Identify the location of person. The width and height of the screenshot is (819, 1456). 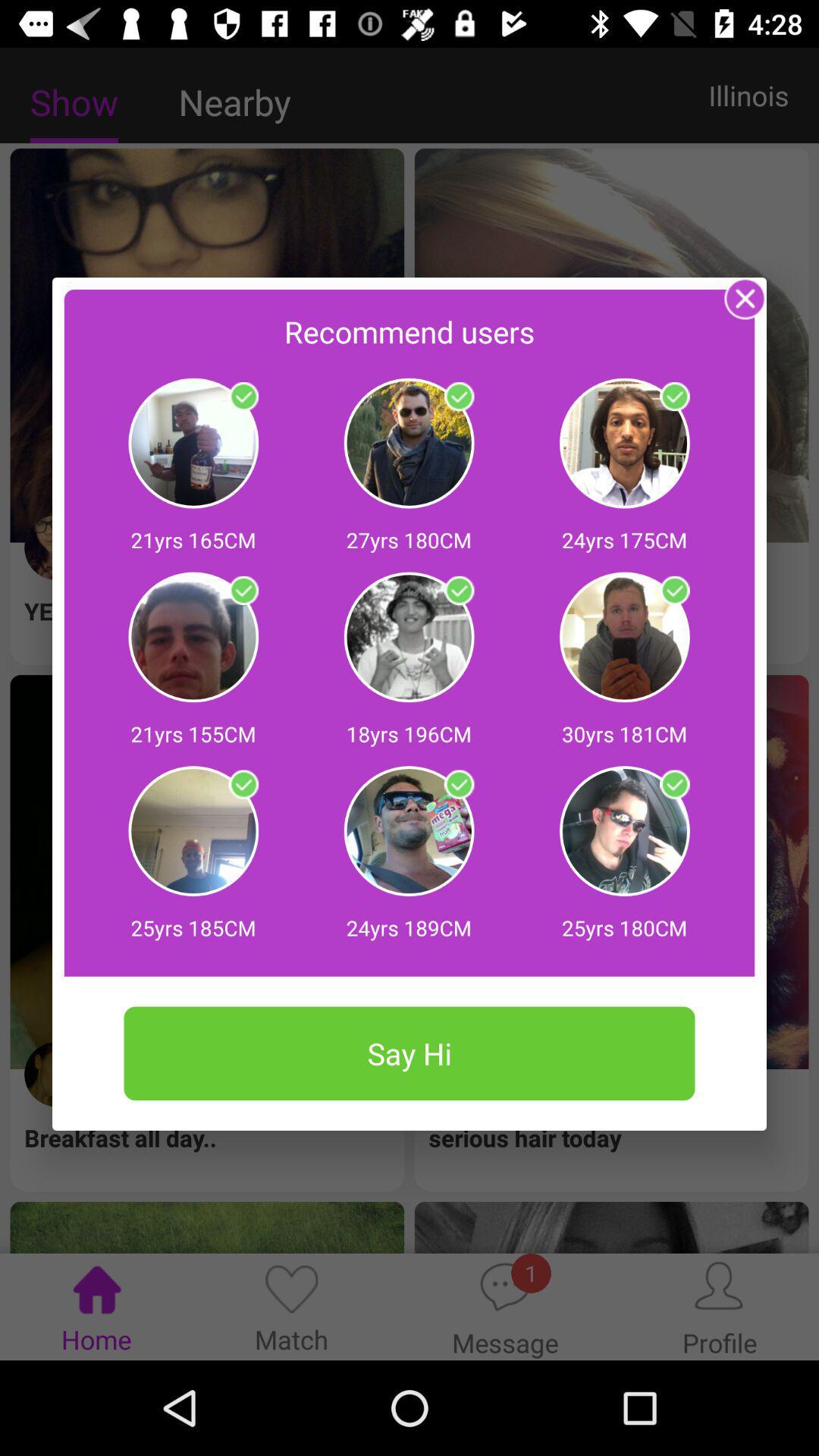
(243, 785).